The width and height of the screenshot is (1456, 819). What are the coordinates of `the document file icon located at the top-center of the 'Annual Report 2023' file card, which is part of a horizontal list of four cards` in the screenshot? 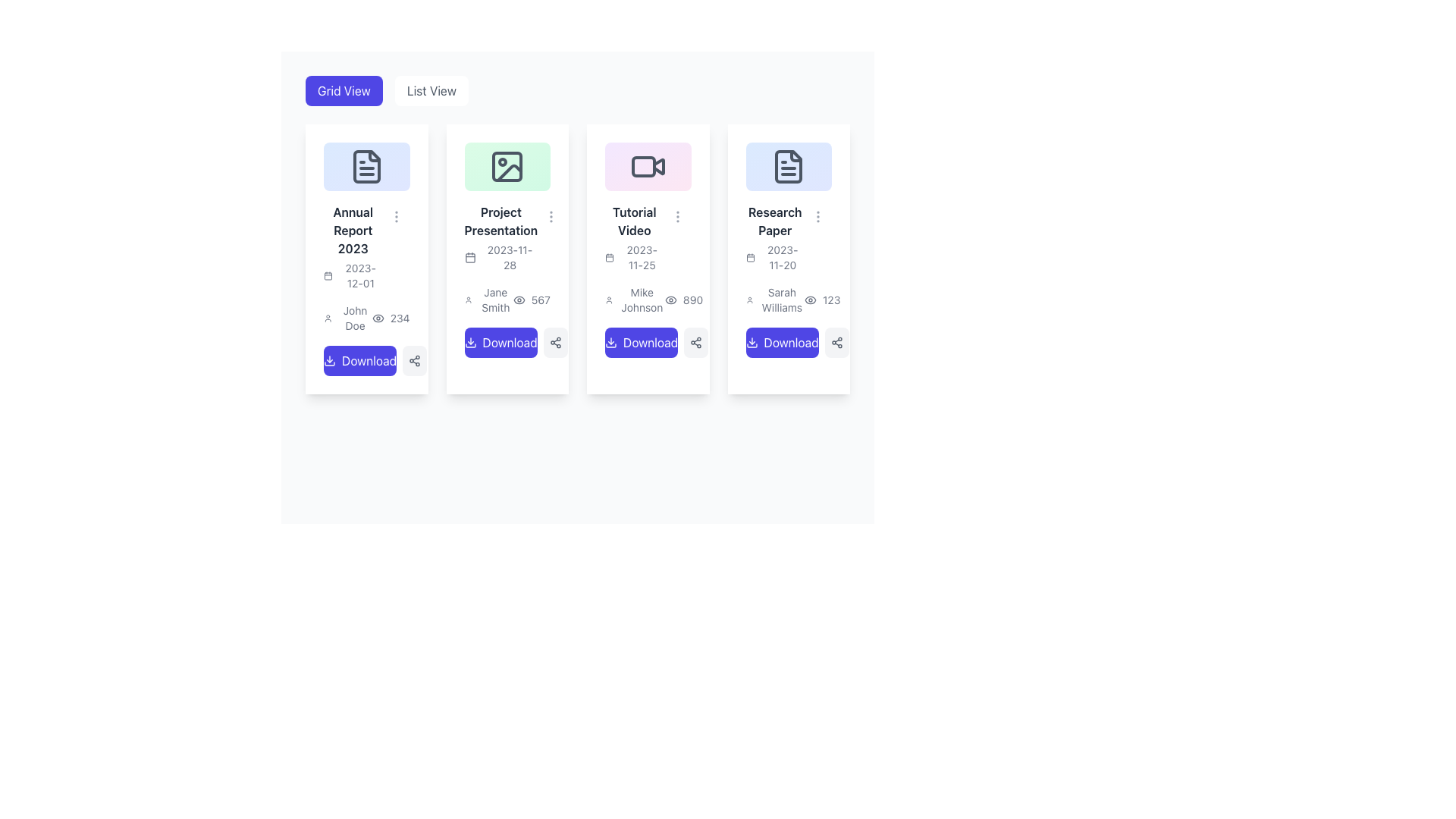 It's located at (366, 166).